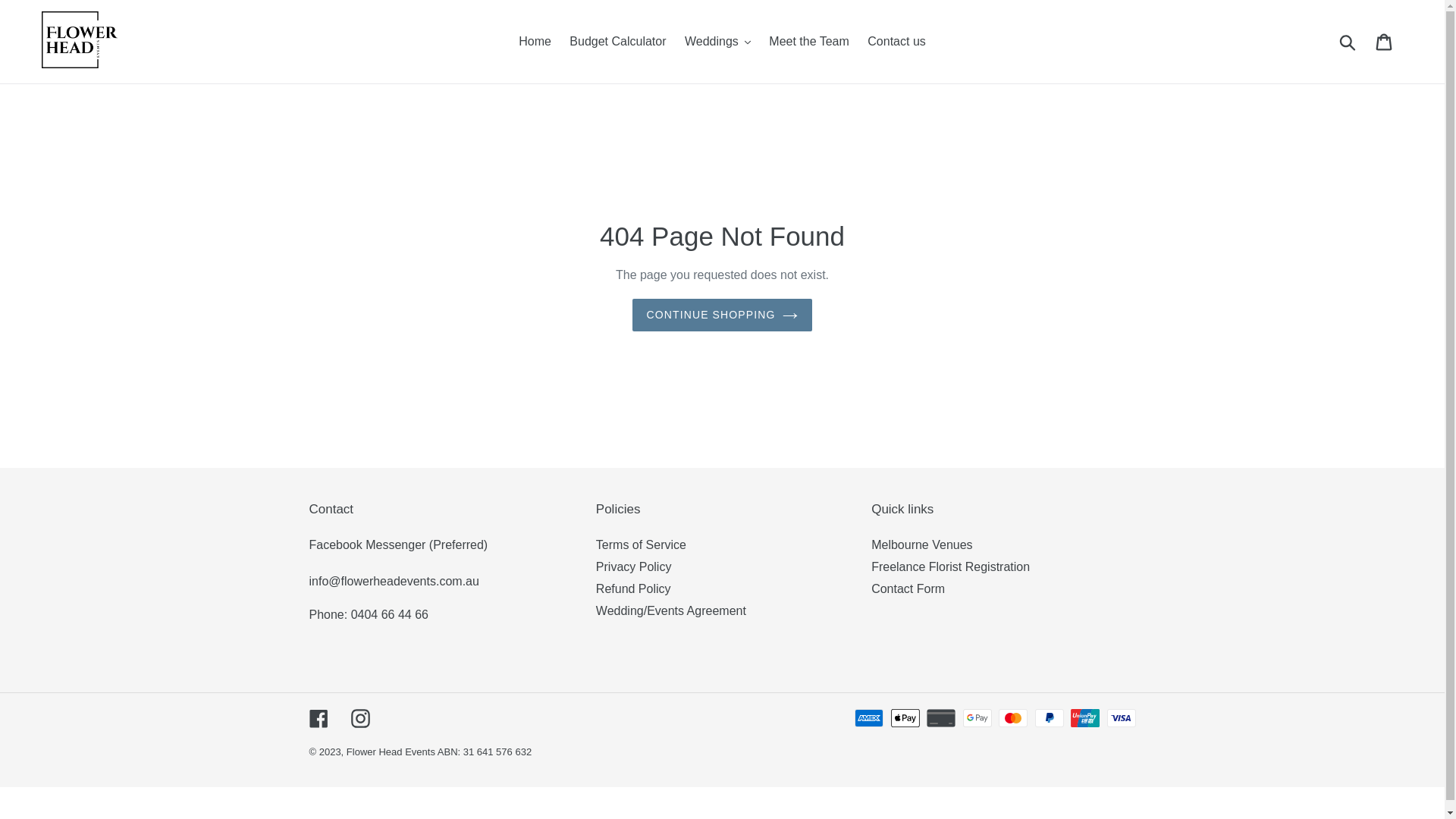 Image resolution: width=1456 pixels, height=819 pixels. Describe the element at coordinates (359, 717) in the screenshot. I see `'Instagram'` at that location.